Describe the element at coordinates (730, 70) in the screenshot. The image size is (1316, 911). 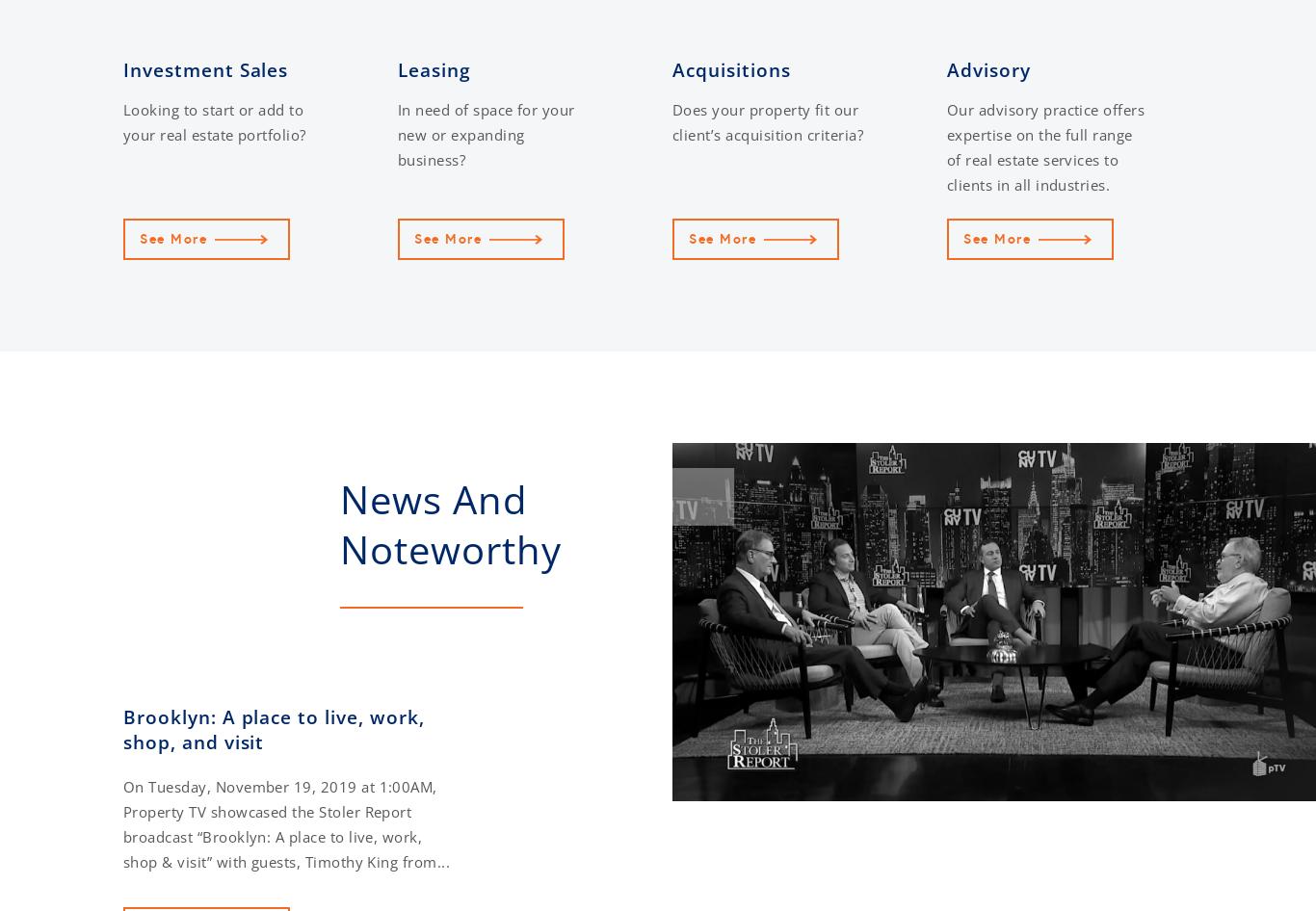
I see `'Acquisitions'` at that location.